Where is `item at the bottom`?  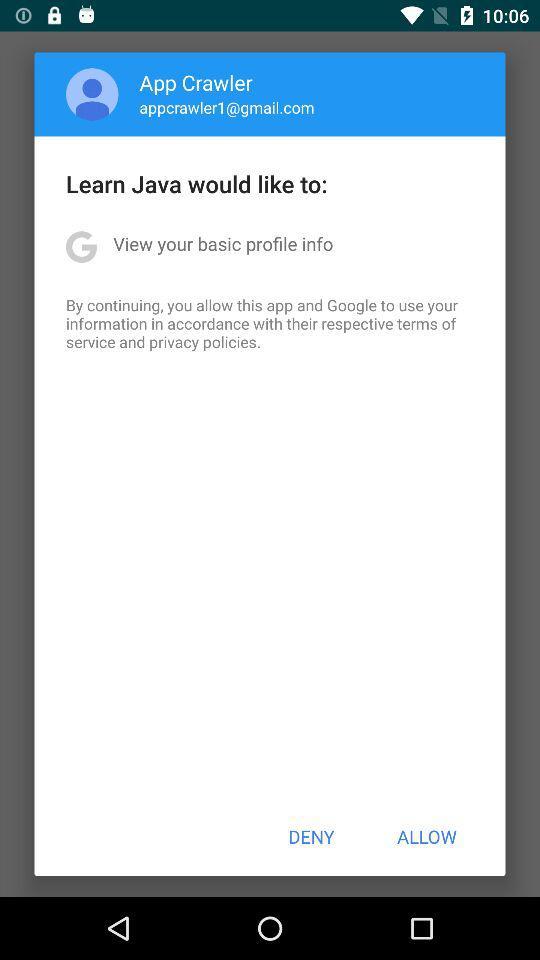
item at the bottom is located at coordinates (311, 836).